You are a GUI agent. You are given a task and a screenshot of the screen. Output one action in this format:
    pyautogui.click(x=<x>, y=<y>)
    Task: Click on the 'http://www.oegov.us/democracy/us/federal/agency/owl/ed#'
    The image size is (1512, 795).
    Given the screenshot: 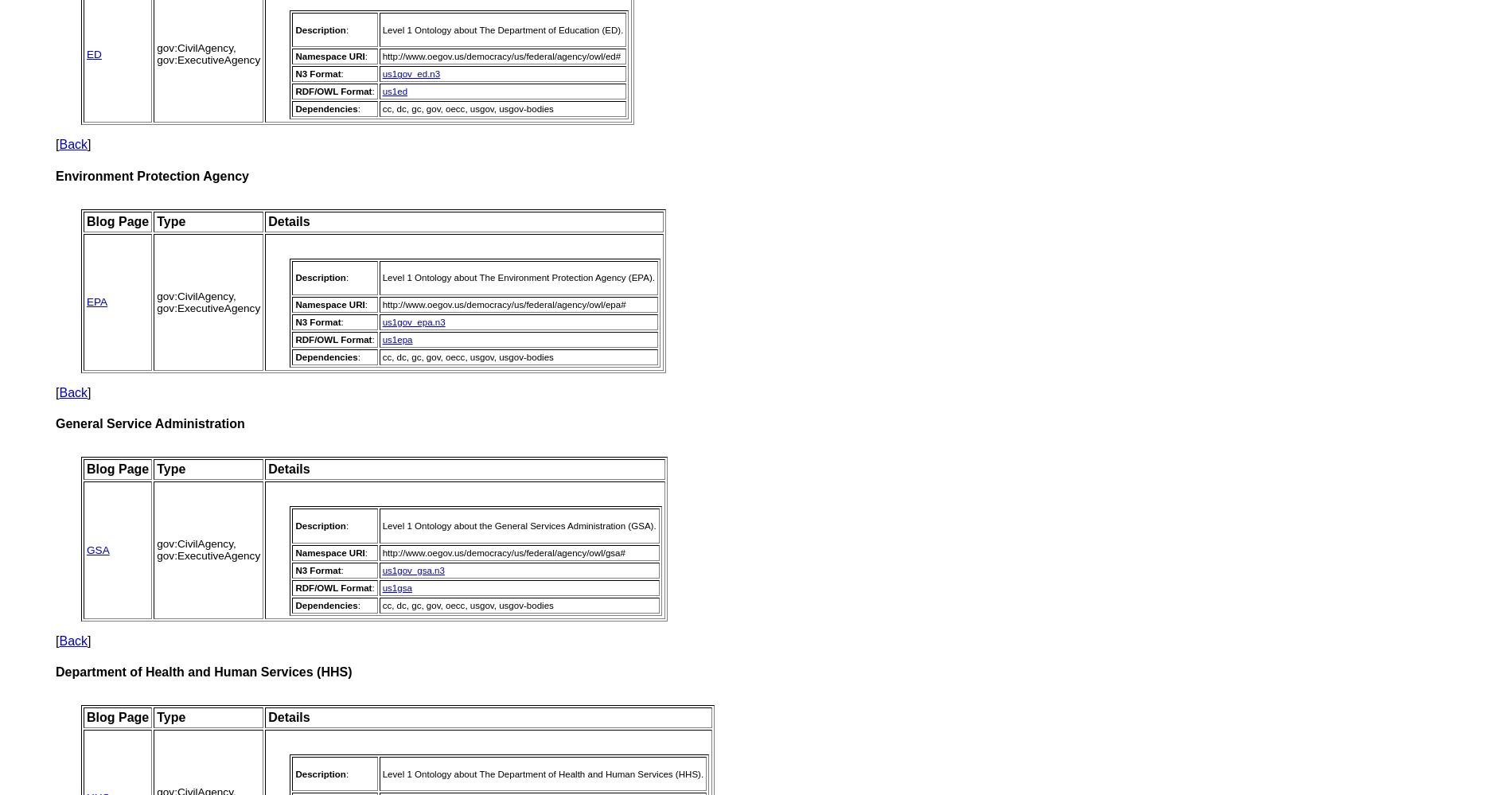 What is the action you would take?
    pyautogui.click(x=381, y=56)
    